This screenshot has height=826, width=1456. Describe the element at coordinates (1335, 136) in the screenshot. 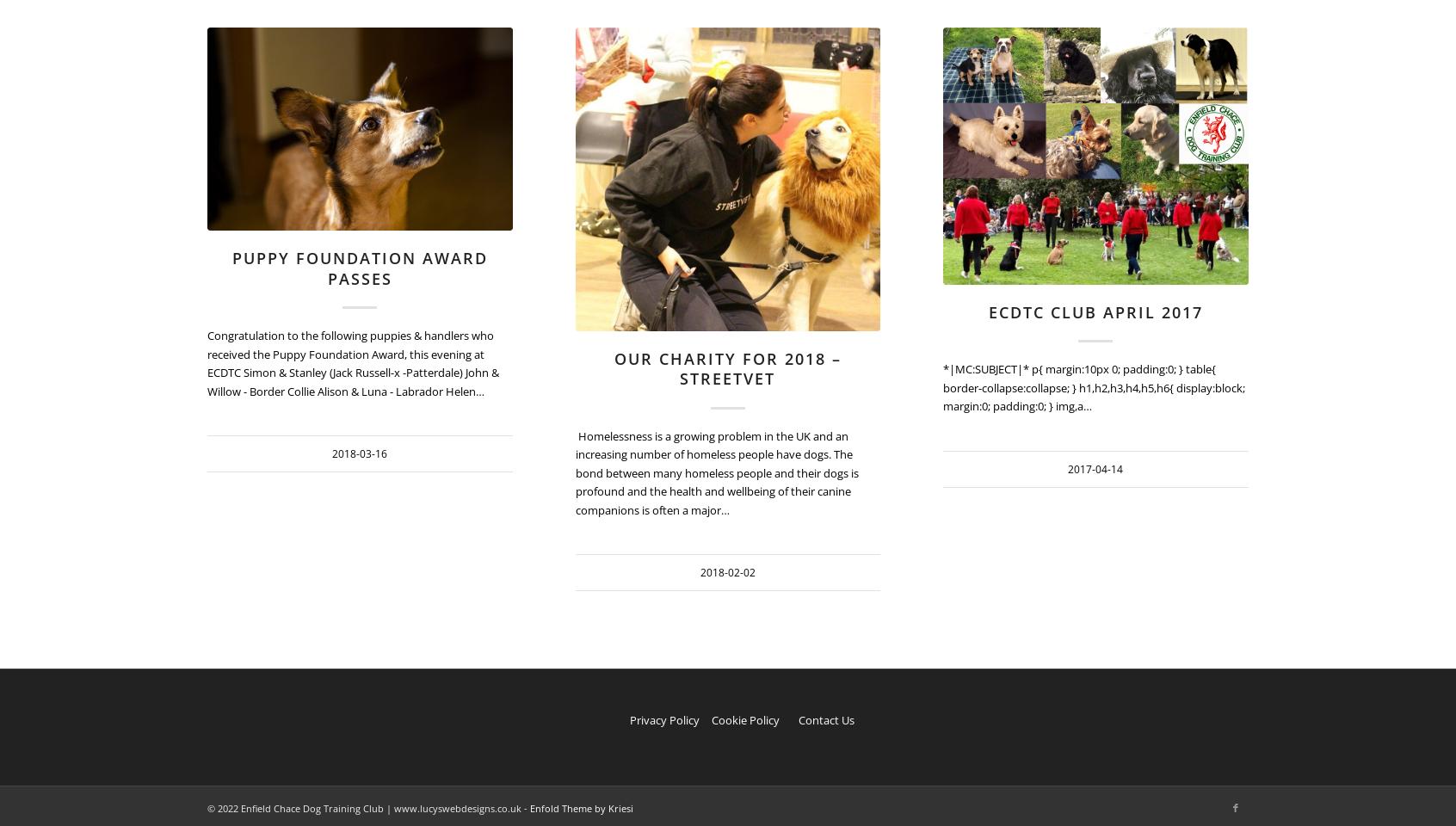

I see `'2017-04-14 16:07:54'` at that location.